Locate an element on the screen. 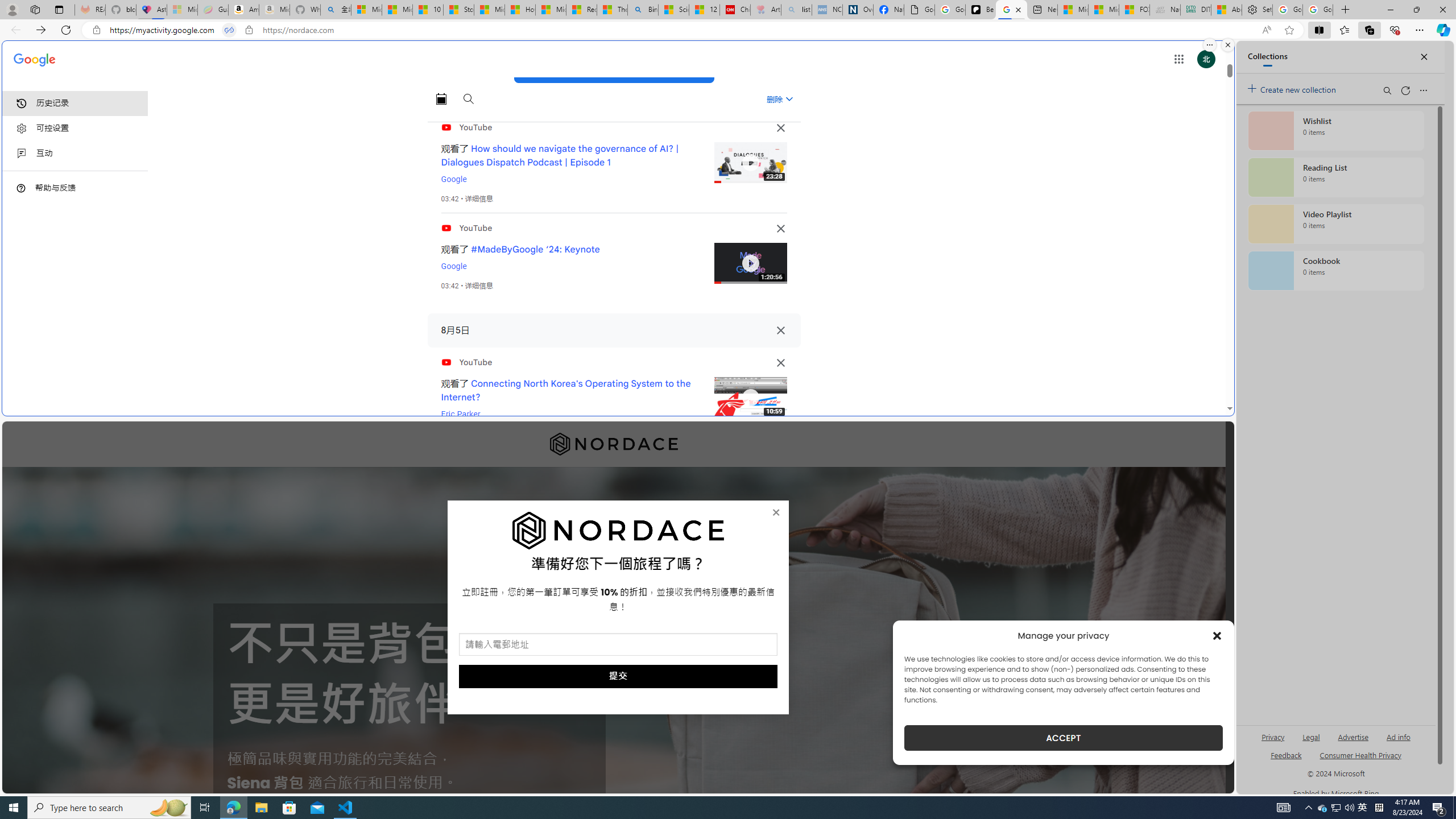 Image resolution: width=1456 pixels, height=819 pixels. 'Be Smart | creating Science videos | Patreon' is located at coordinates (981, 9).